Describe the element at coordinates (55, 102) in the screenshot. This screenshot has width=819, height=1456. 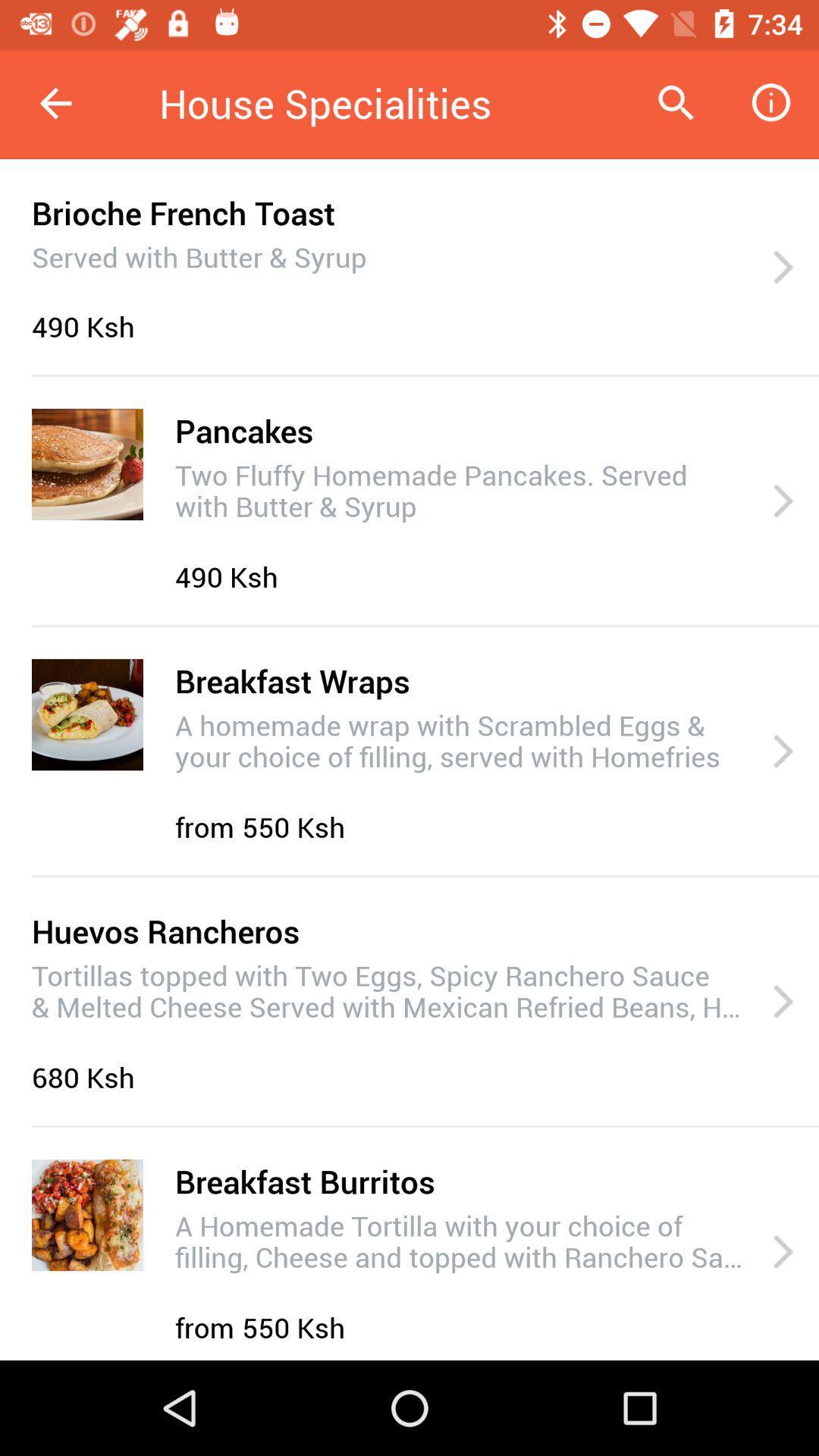
I see `item above the brioche french toast item` at that location.